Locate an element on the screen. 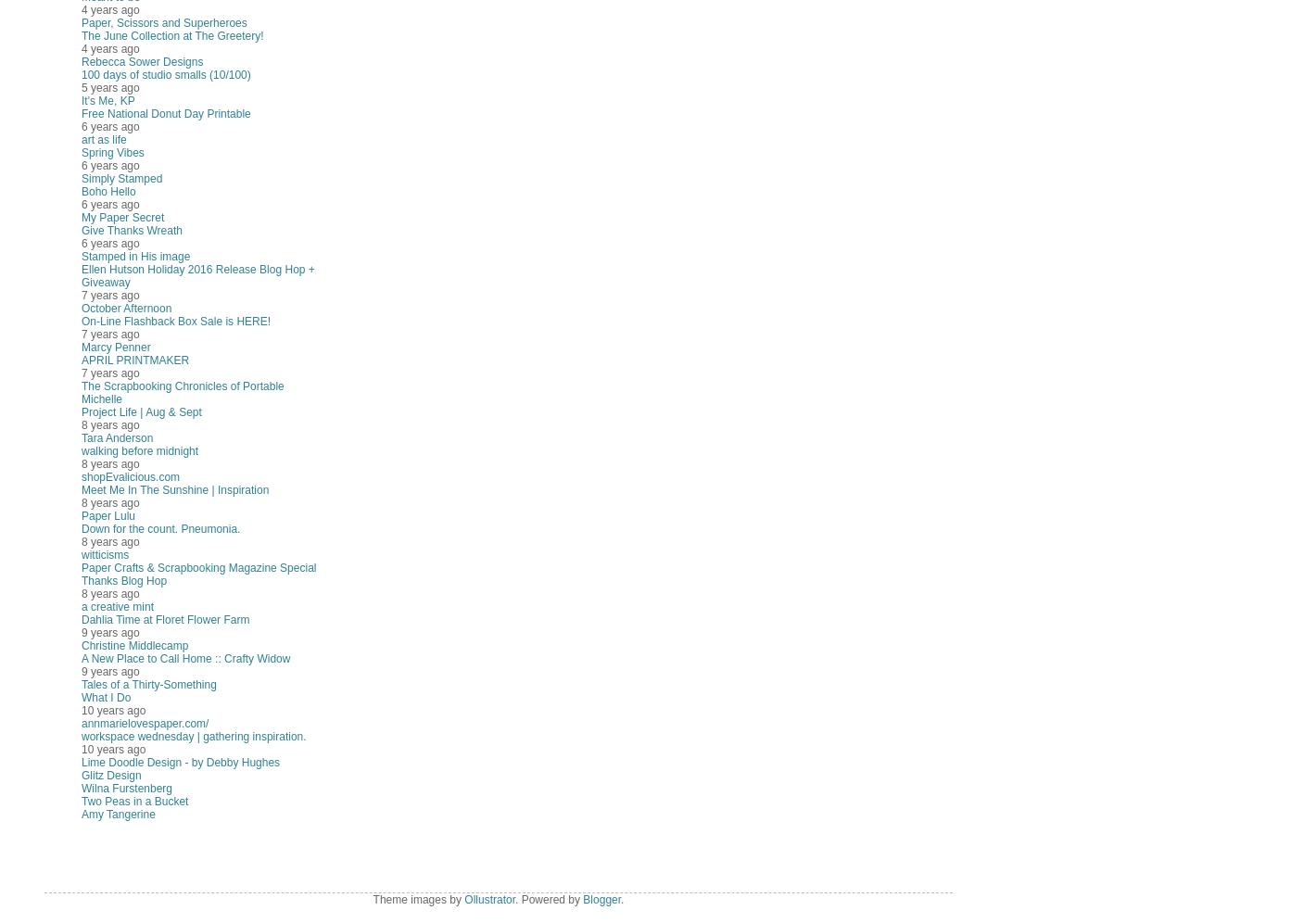 The width and height of the screenshot is (1316, 923). 'Blogger' is located at coordinates (601, 899).